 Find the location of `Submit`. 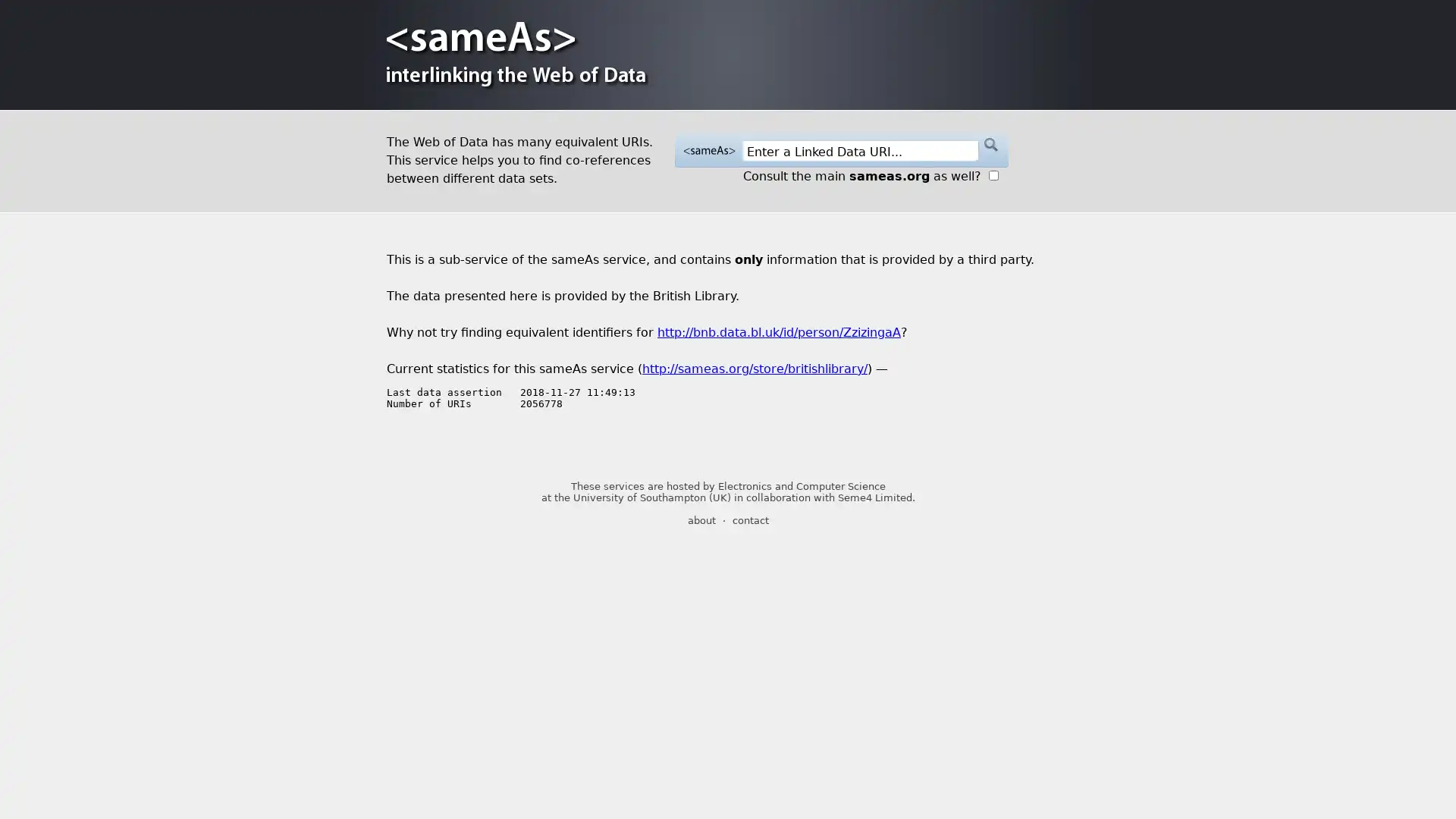

Submit is located at coordinates (990, 145).